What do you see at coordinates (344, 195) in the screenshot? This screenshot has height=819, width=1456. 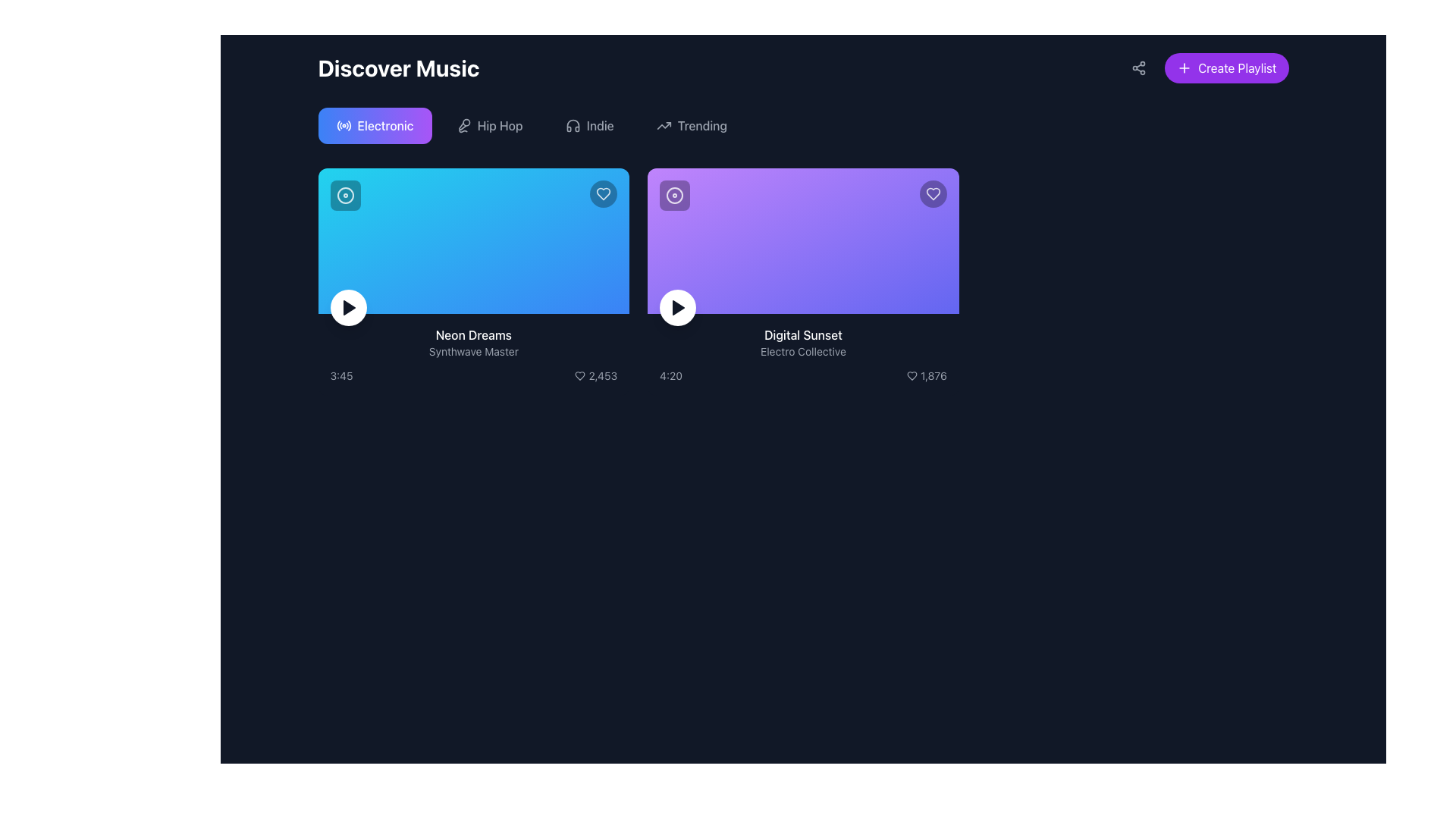 I see `the decorative icon or badge located in the top-left corner of the blue card titled 'Neon Dreams' with the subtitle 'Synthwave Master'` at bounding box center [344, 195].